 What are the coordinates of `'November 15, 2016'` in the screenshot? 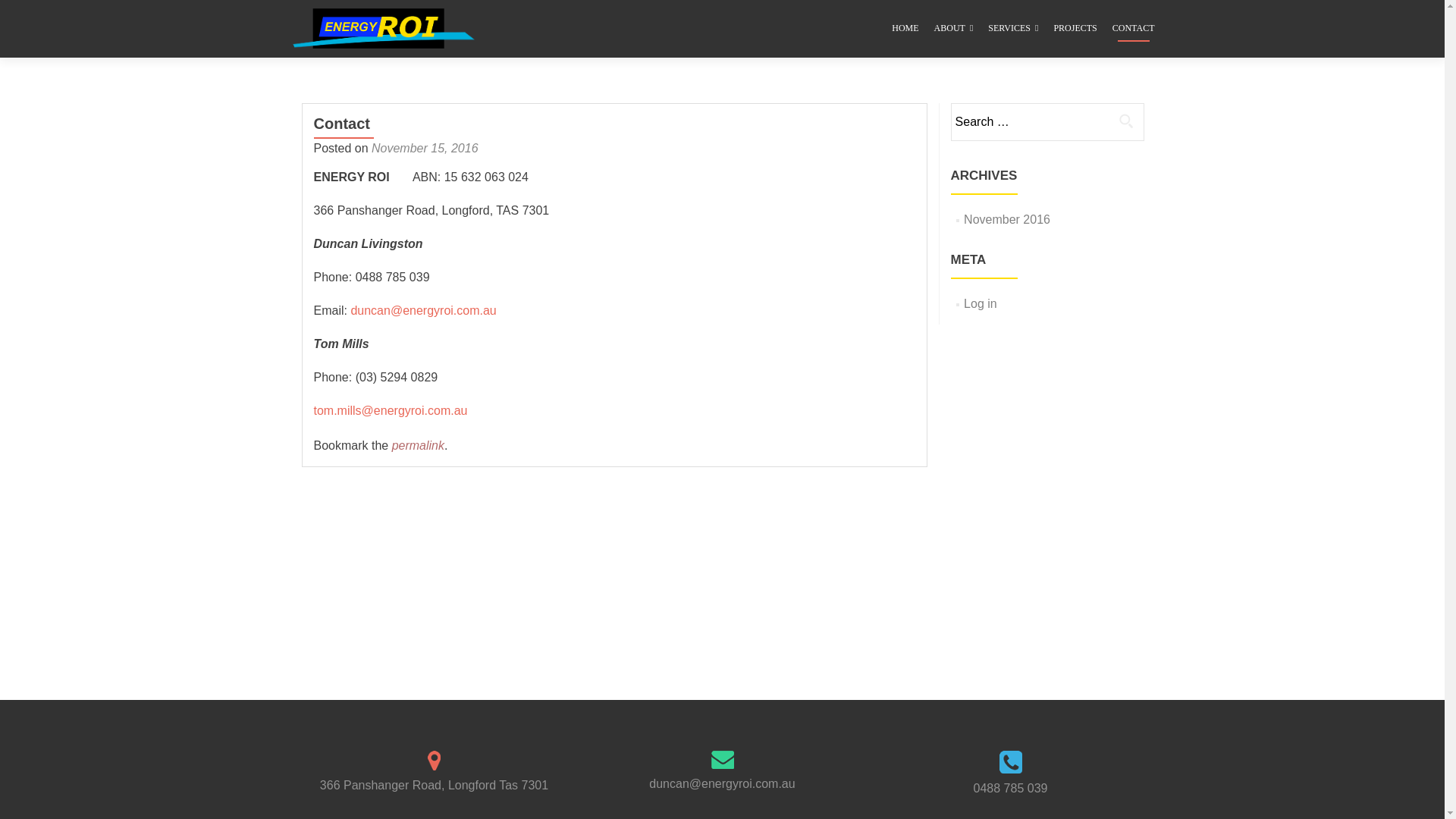 It's located at (425, 148).